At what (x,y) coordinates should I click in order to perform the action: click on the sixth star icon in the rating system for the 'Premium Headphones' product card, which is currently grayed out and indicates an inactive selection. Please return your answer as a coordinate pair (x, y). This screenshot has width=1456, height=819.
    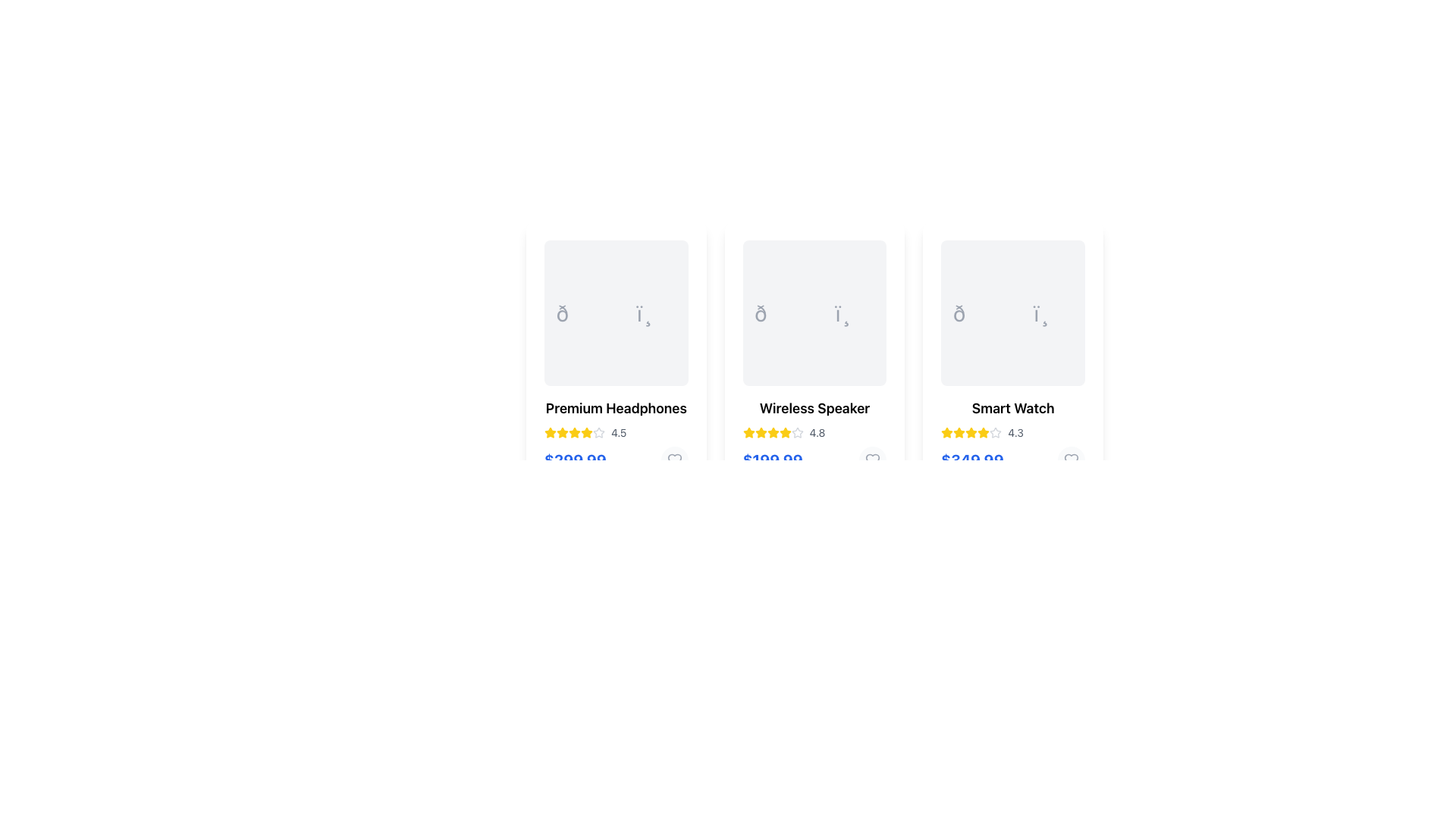
    Looking at the image, I should click on (598, 432).